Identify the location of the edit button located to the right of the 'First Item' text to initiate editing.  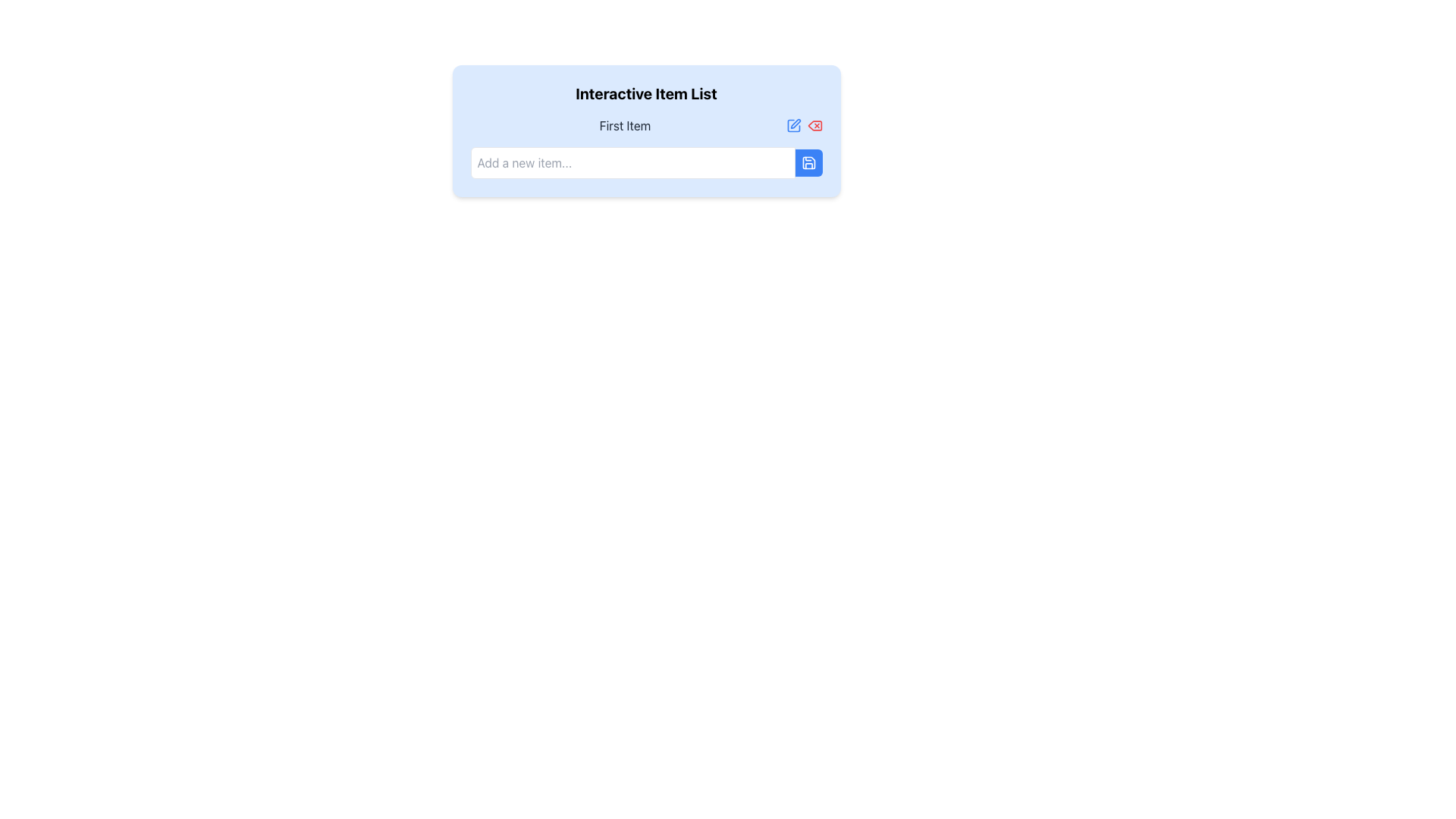
(792, 124).